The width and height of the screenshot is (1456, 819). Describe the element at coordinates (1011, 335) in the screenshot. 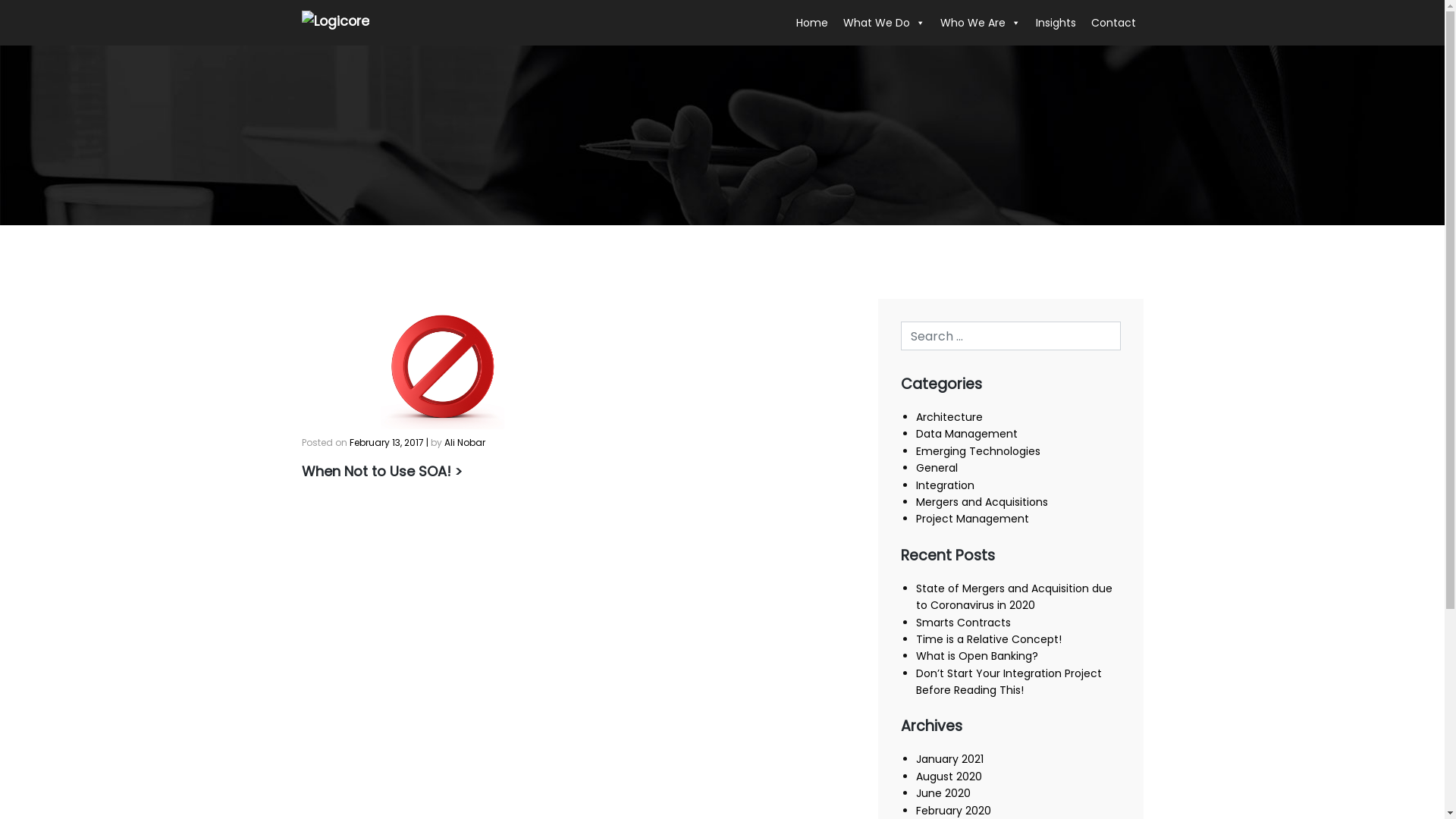

I see `'Search for:'` at that location.